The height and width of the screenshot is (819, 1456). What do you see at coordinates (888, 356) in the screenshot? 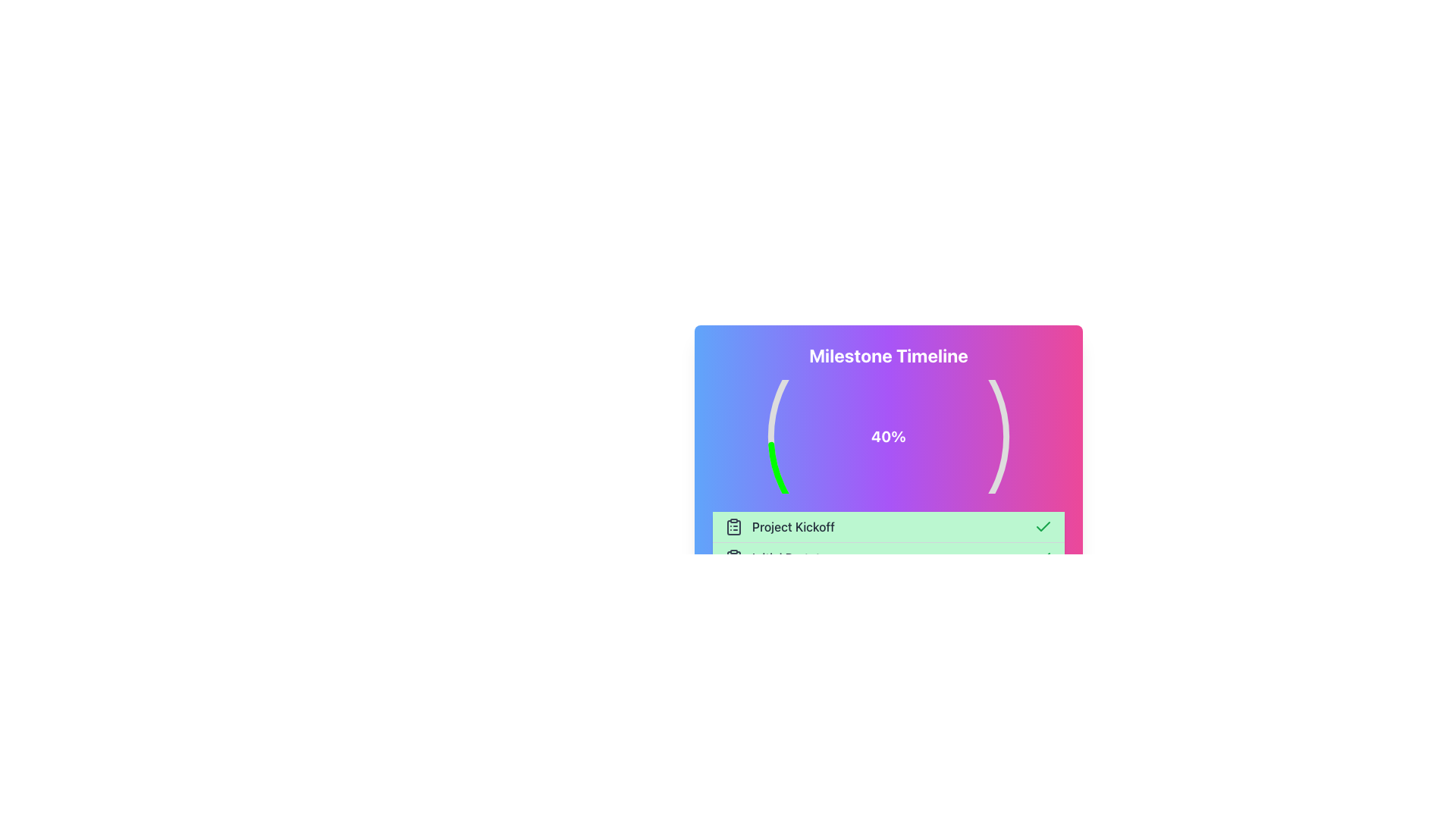
I see `text of the heading element displaying 'Milestone Timeline' in bold, white typography, centered within a colorful gradient background` at bounding box center [888, 356].